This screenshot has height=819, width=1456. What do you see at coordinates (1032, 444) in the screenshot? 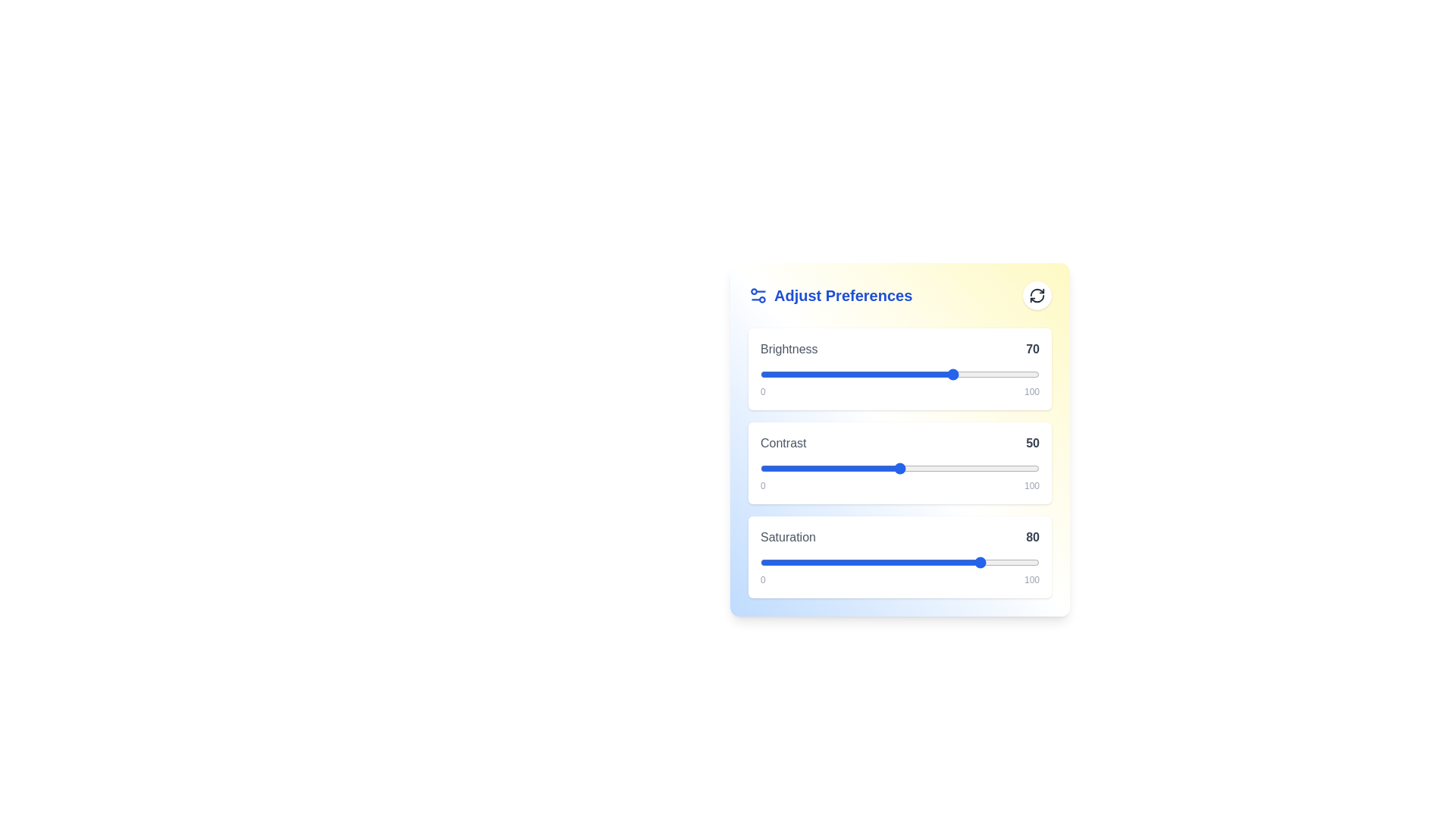
I see `numeric display label indicating the current value of the 'Contrast' setting, located towards the rightmost edge of the 'Contrast' section` at bounding box center [1032, 444].